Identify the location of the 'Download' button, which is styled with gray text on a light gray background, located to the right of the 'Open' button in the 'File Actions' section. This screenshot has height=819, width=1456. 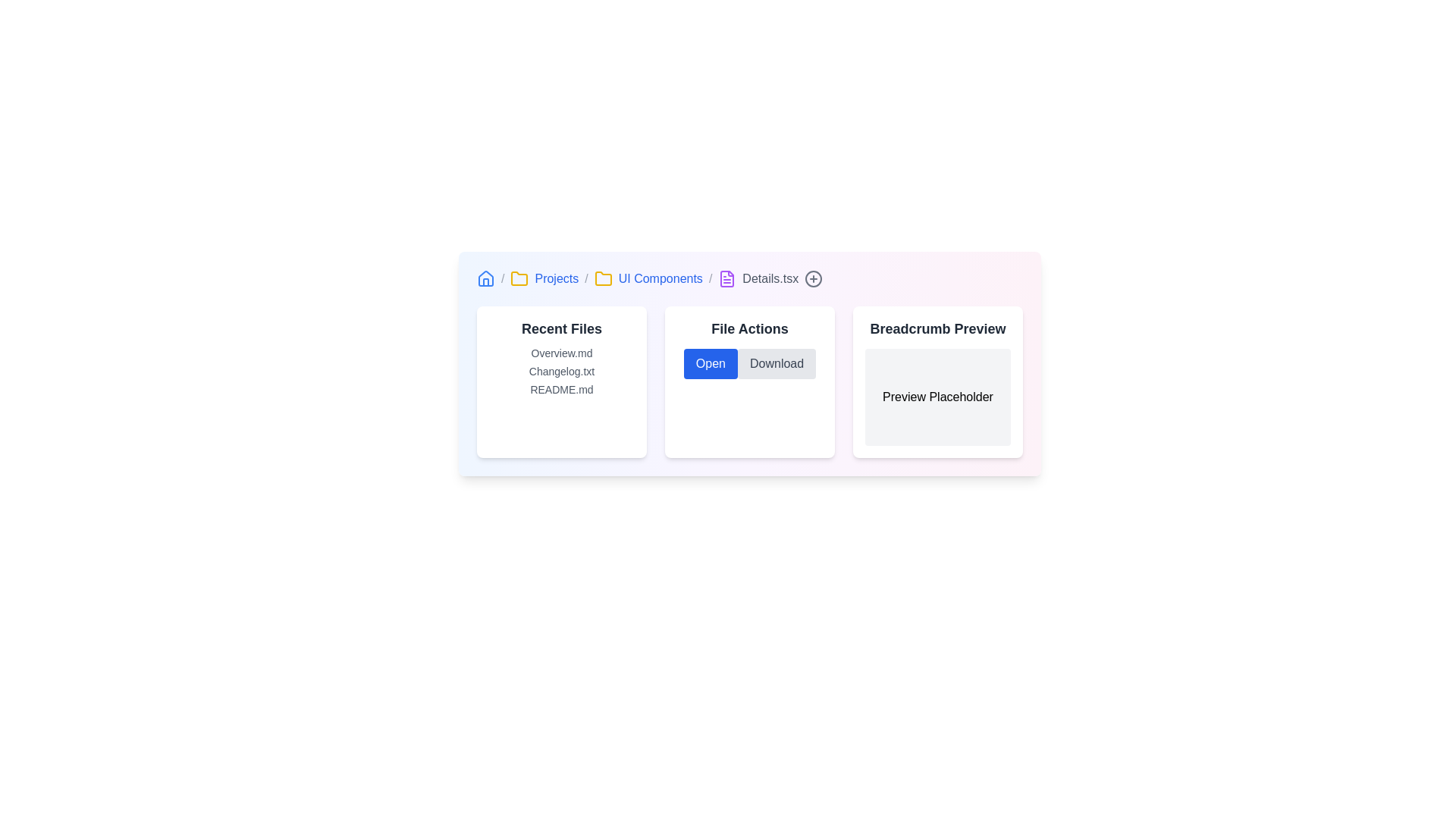
(777, 363).